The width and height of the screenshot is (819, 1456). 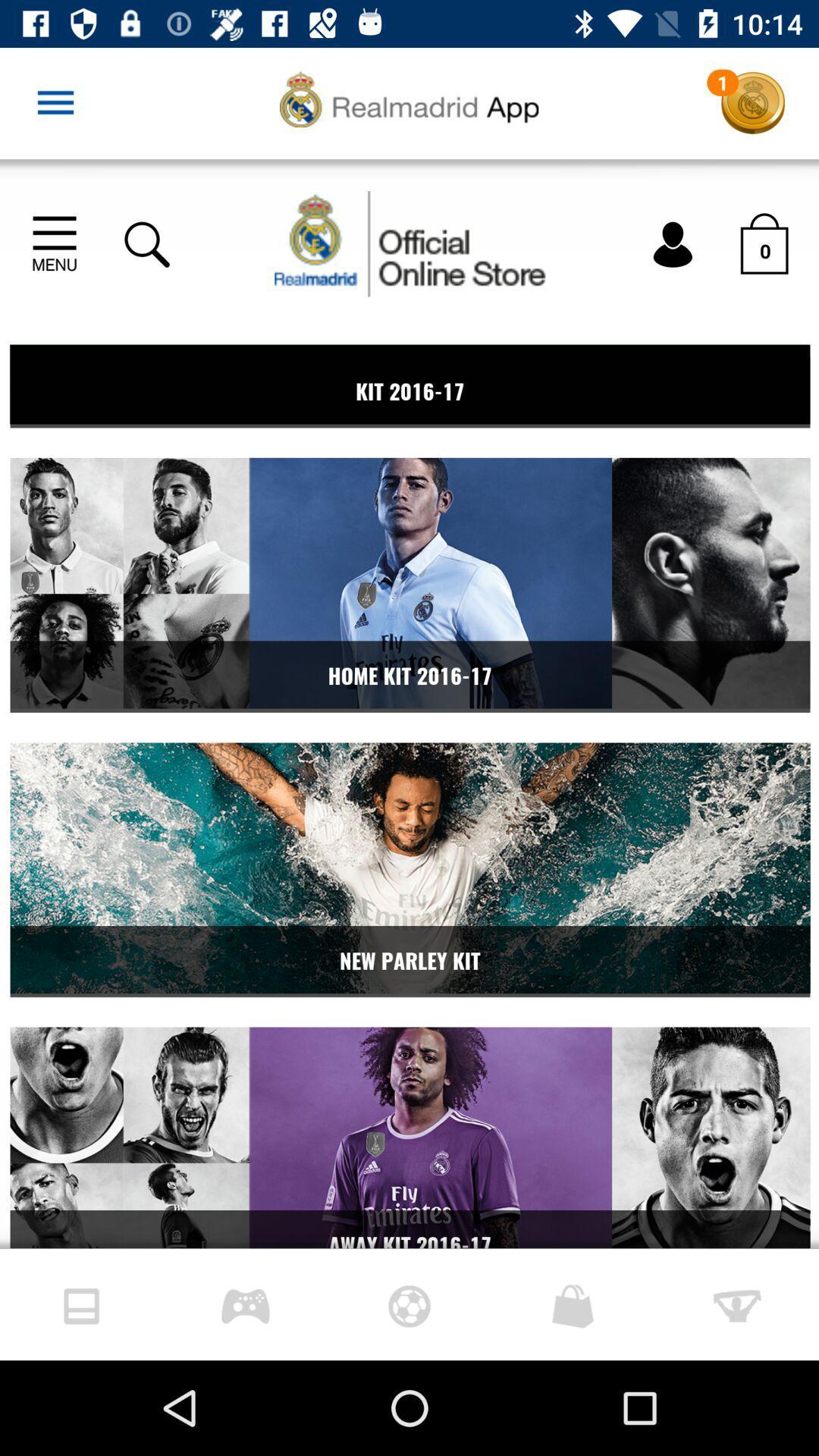 What do you see at coordinates (409, 703) in the screenshot?
I see `official real madrid app` at bounding box center [409, 703].